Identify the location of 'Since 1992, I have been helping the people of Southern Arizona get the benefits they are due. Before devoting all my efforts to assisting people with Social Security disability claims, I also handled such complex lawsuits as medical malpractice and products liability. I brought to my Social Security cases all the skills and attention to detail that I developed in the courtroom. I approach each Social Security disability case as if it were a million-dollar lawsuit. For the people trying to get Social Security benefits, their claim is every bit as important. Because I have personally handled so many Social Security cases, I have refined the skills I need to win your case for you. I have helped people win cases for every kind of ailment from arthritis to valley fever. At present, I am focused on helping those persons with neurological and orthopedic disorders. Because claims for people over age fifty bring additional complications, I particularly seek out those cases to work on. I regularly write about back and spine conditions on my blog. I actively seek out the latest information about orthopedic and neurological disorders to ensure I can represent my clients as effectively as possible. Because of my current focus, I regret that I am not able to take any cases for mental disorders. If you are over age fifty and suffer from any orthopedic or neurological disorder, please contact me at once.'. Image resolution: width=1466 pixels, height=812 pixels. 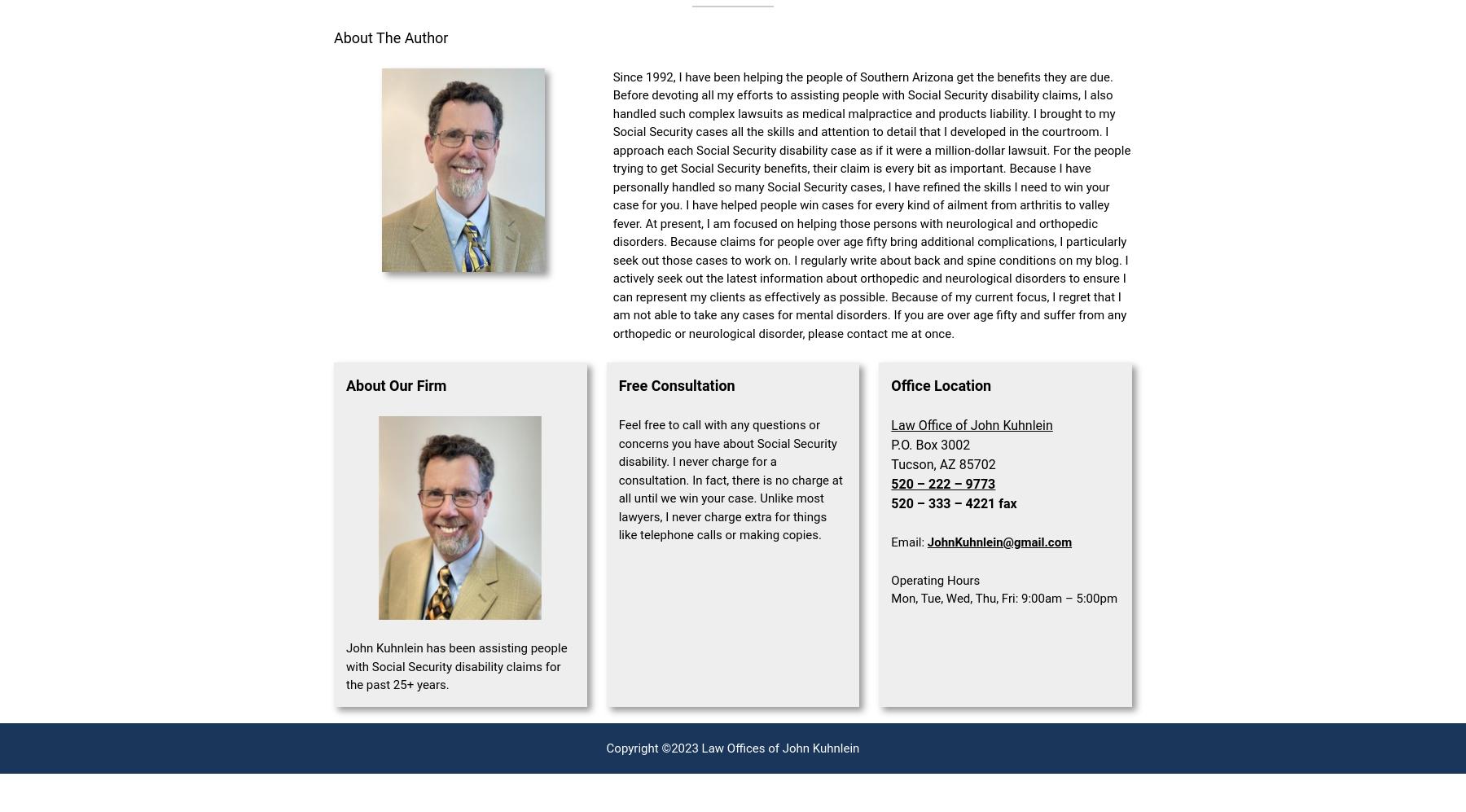
(612, 204).